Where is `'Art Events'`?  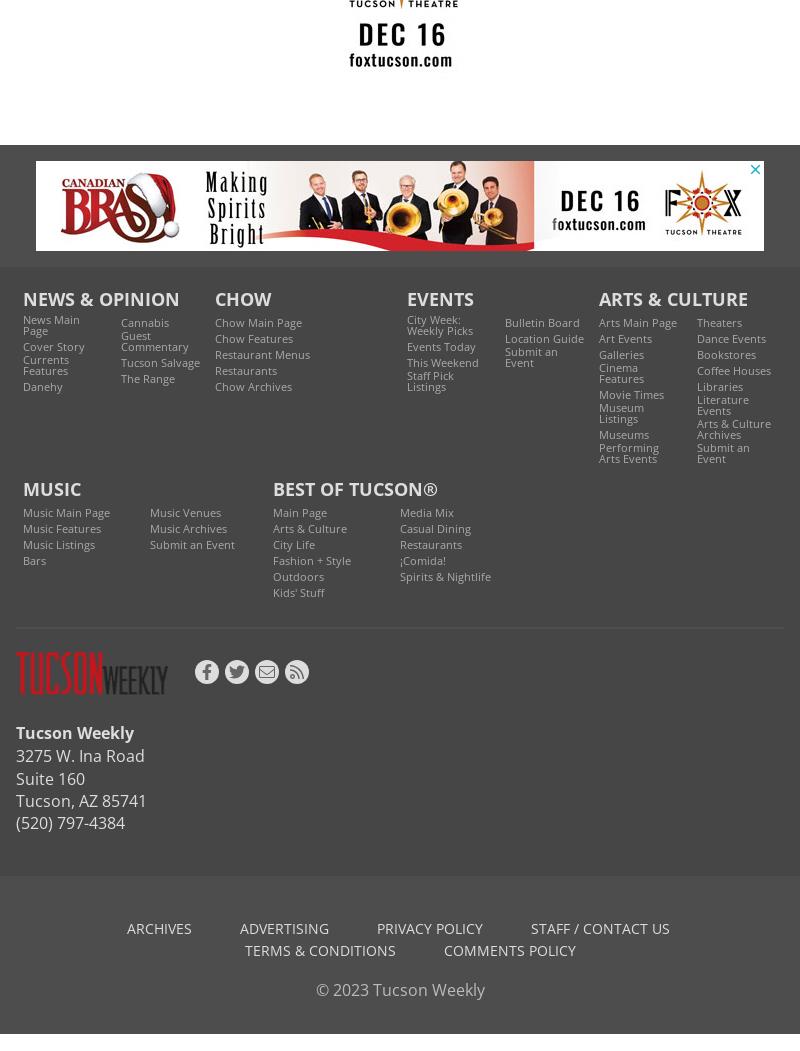 'Art Events' is located at coordinates (598, 338).